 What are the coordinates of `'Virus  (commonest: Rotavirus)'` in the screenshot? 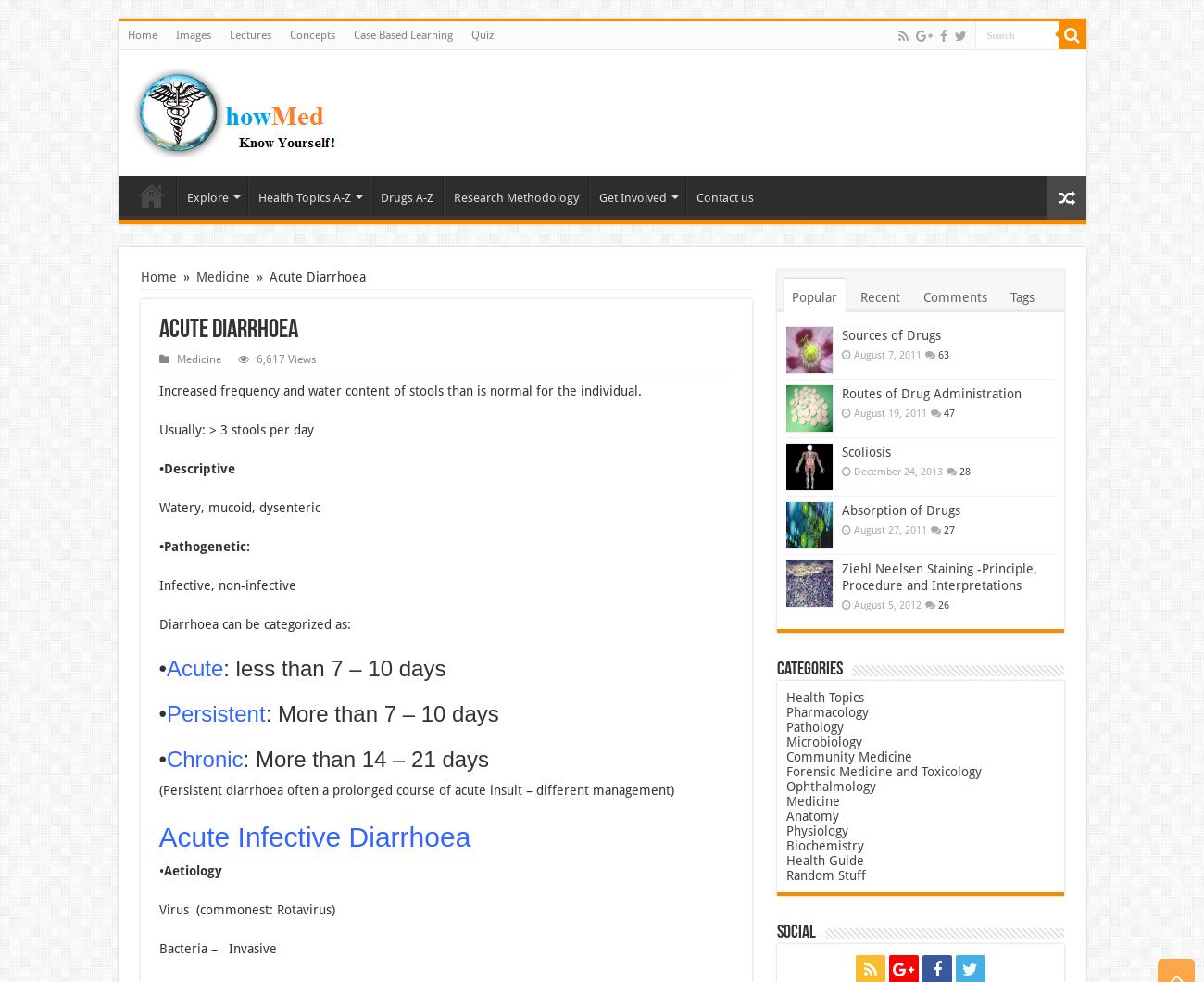 It's located at (245, 908).